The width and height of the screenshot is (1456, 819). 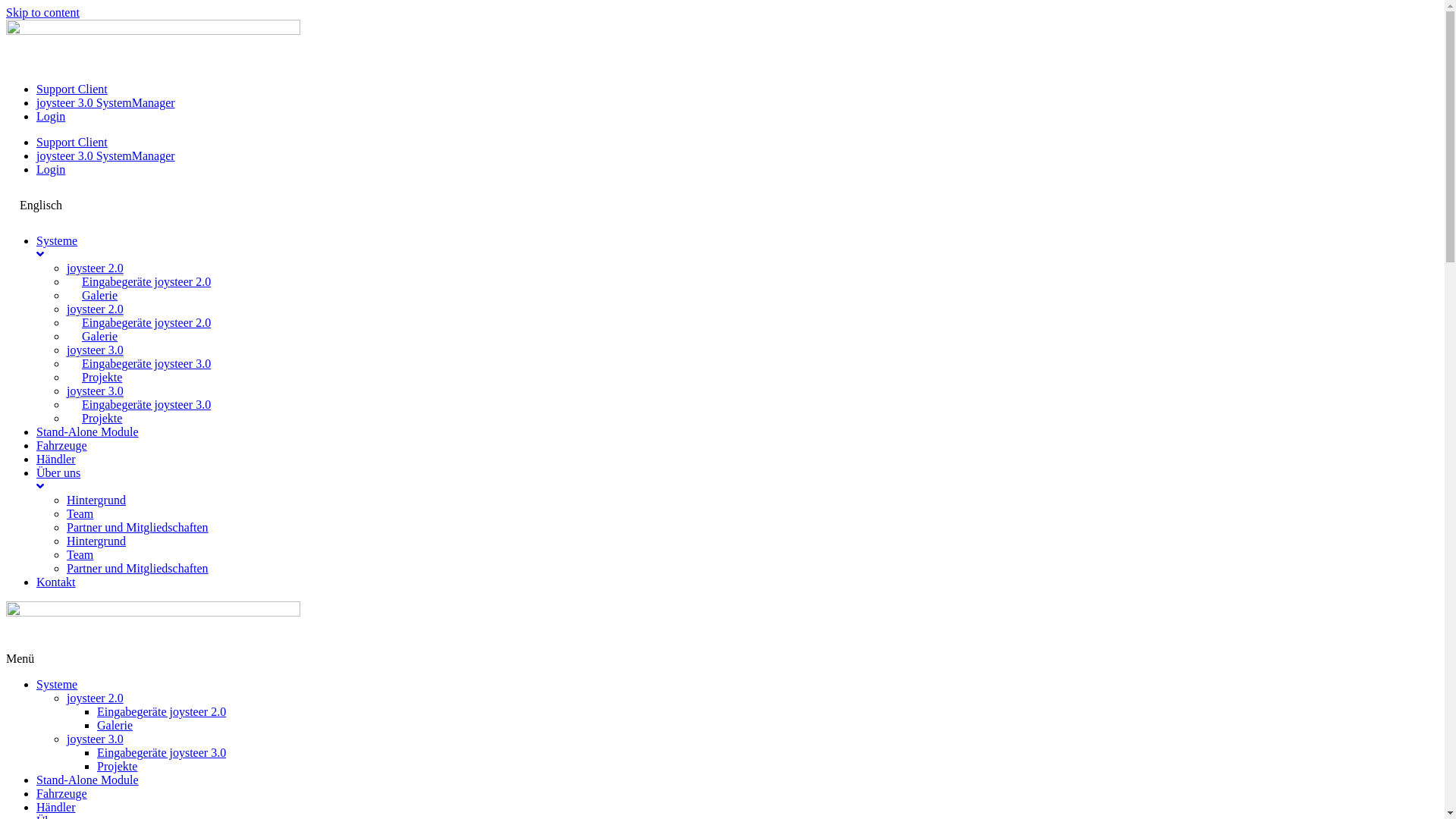 What do you see at coordinates (95, 500) in the screenshot?
I see `'Hintergrund'` at bounding box center [95, 500].